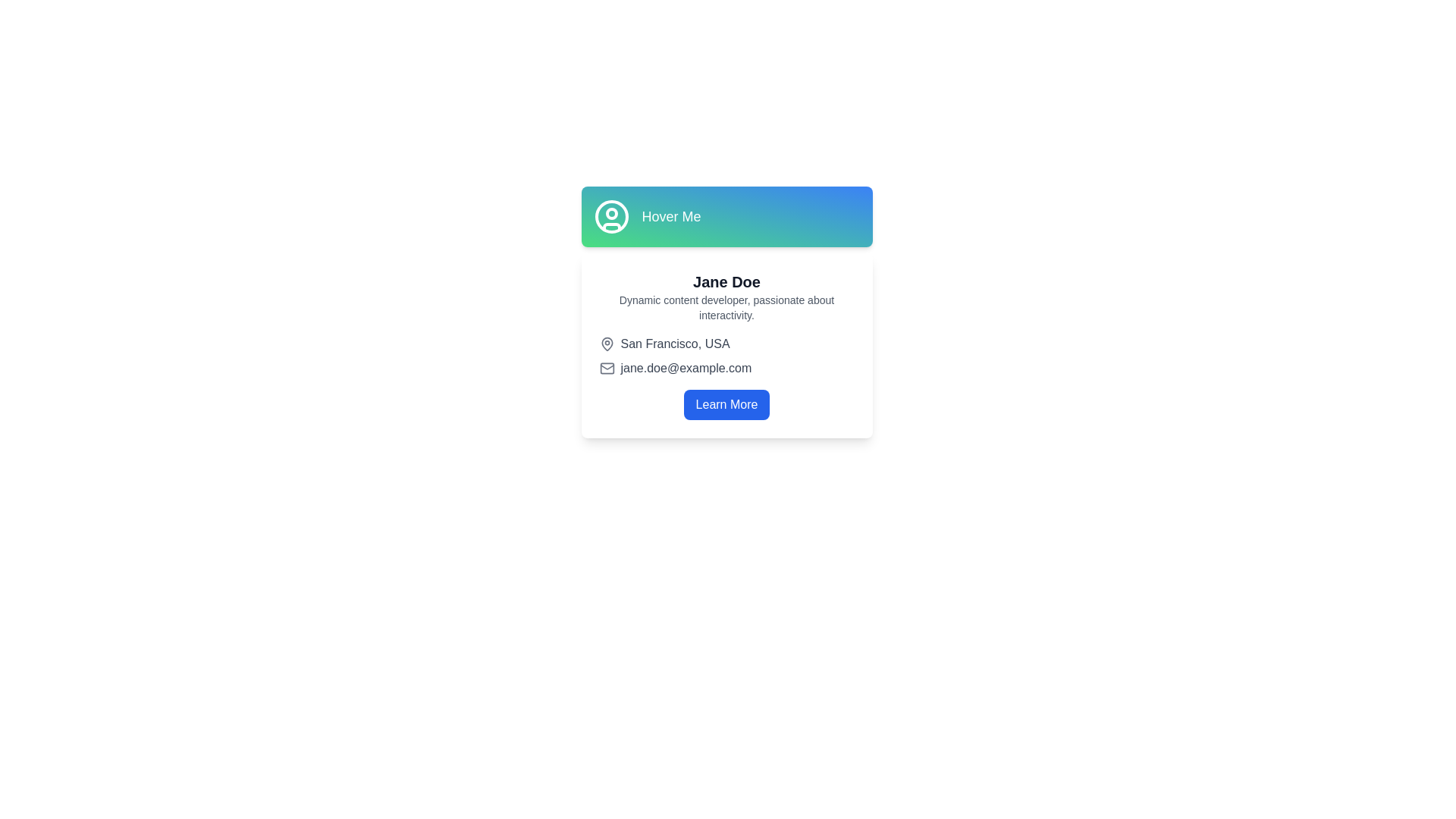 Image resolution: width=1456 pixels, height=819 pixels. Describe the element at coordinates (726, 369) in the screenshot. I see `the email link 'jane.doe@example.com' displayed below the 'San Francisco, USA' text and its associated pin icon, if enabled` at that location.